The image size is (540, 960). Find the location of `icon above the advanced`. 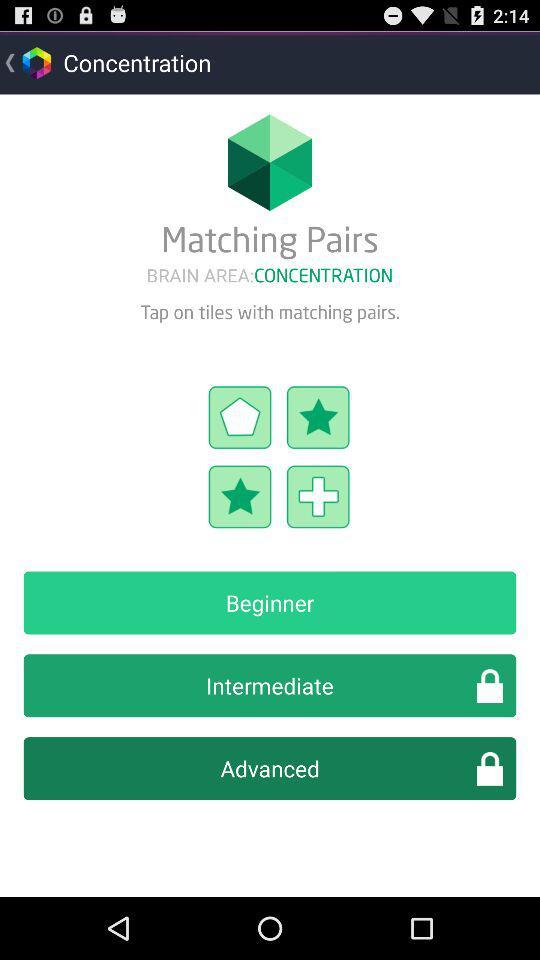

icon above the advanced is located at coordinates (270, 685).